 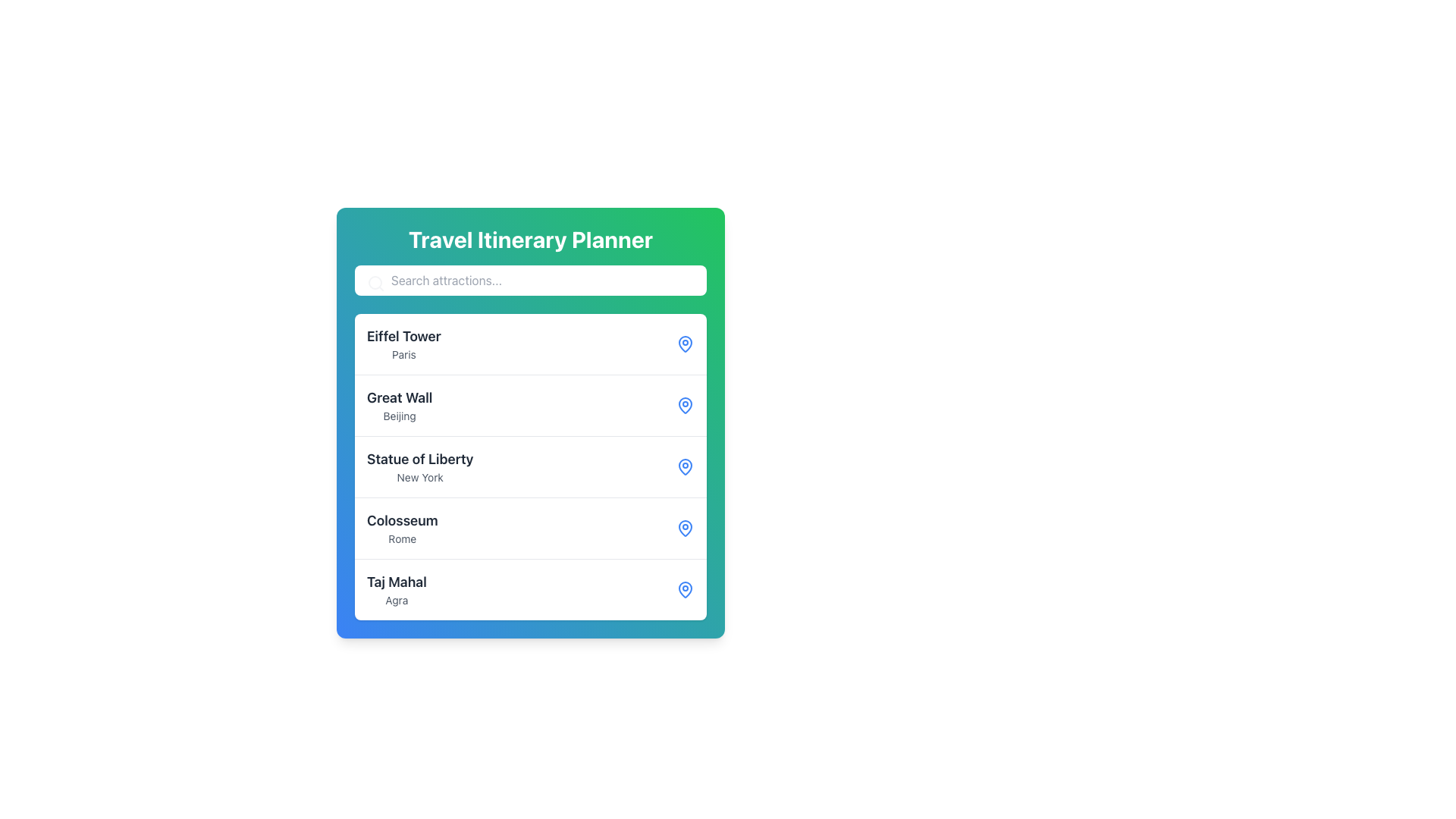 What do you see at coordinates (684, 466) in the screenshot?
I see `the third map pin icon with a blue outline next to the 'Statue of Liberty' and 'New York' text` at bounding box center [684, 466].